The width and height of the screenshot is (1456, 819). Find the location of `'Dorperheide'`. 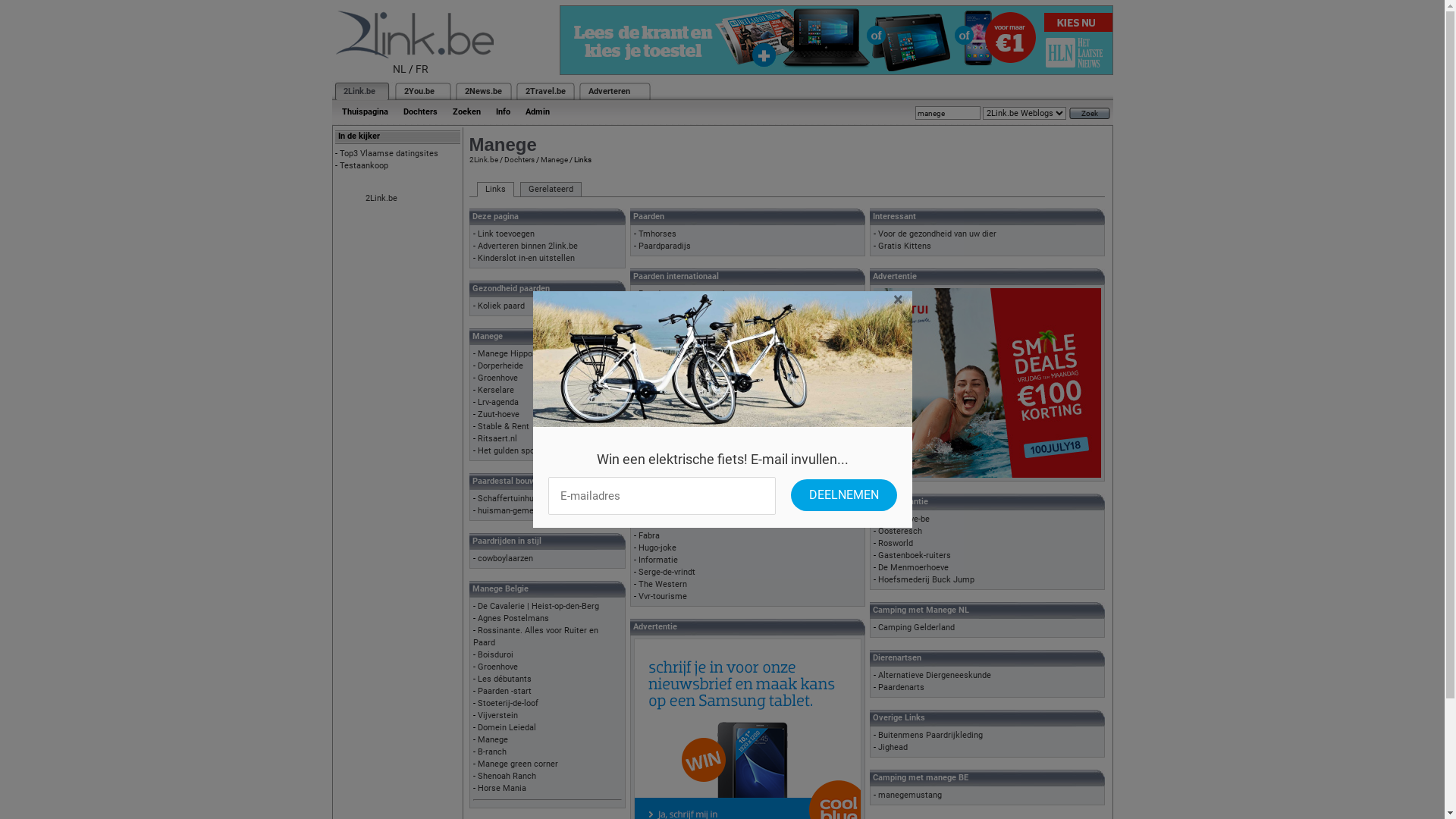

'Dorperheide' is located at coordinates (476, 366).